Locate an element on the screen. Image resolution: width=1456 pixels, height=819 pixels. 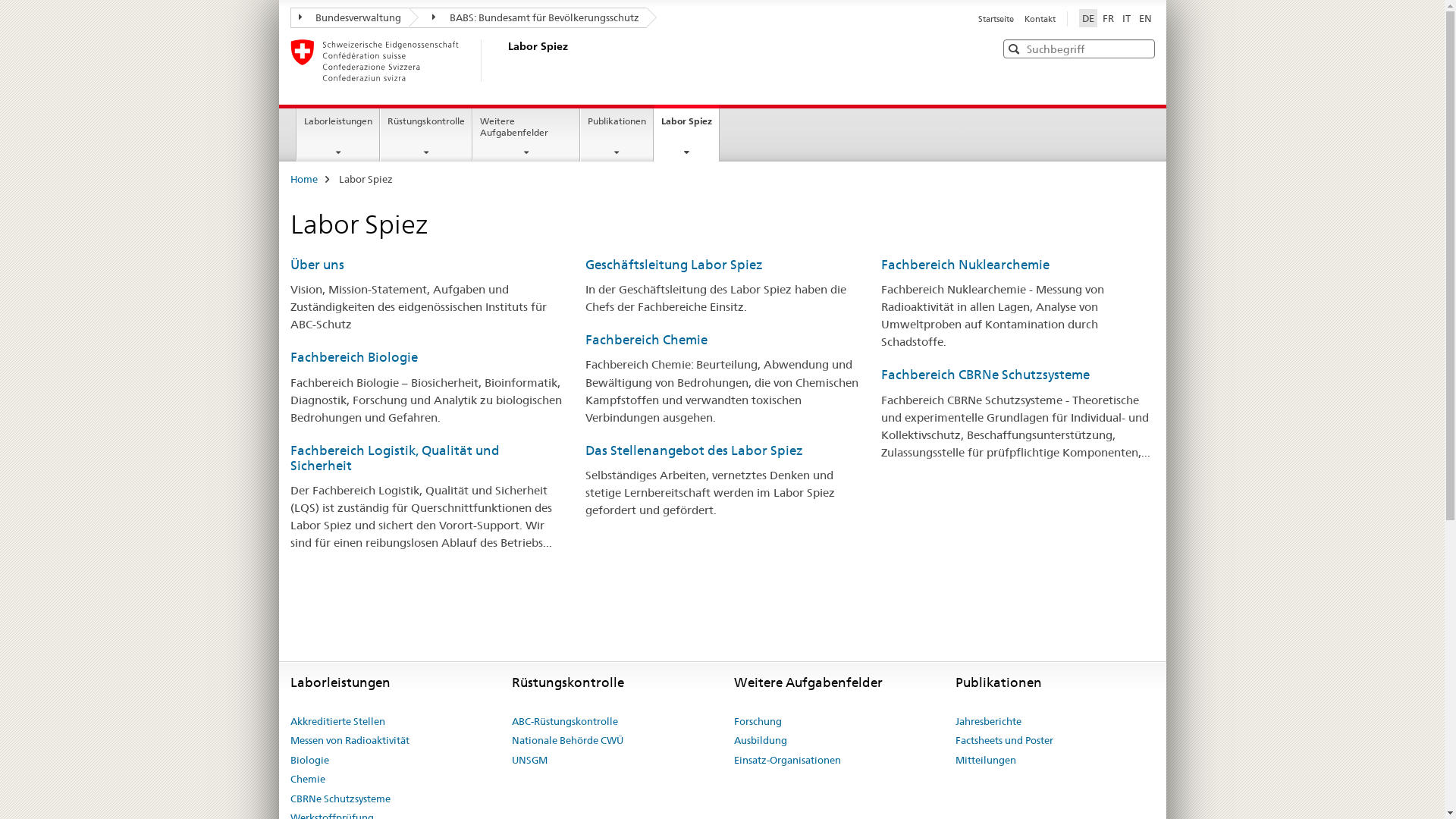
'Weitere Aufgabenfelder' is located at coordinates (526, 133).